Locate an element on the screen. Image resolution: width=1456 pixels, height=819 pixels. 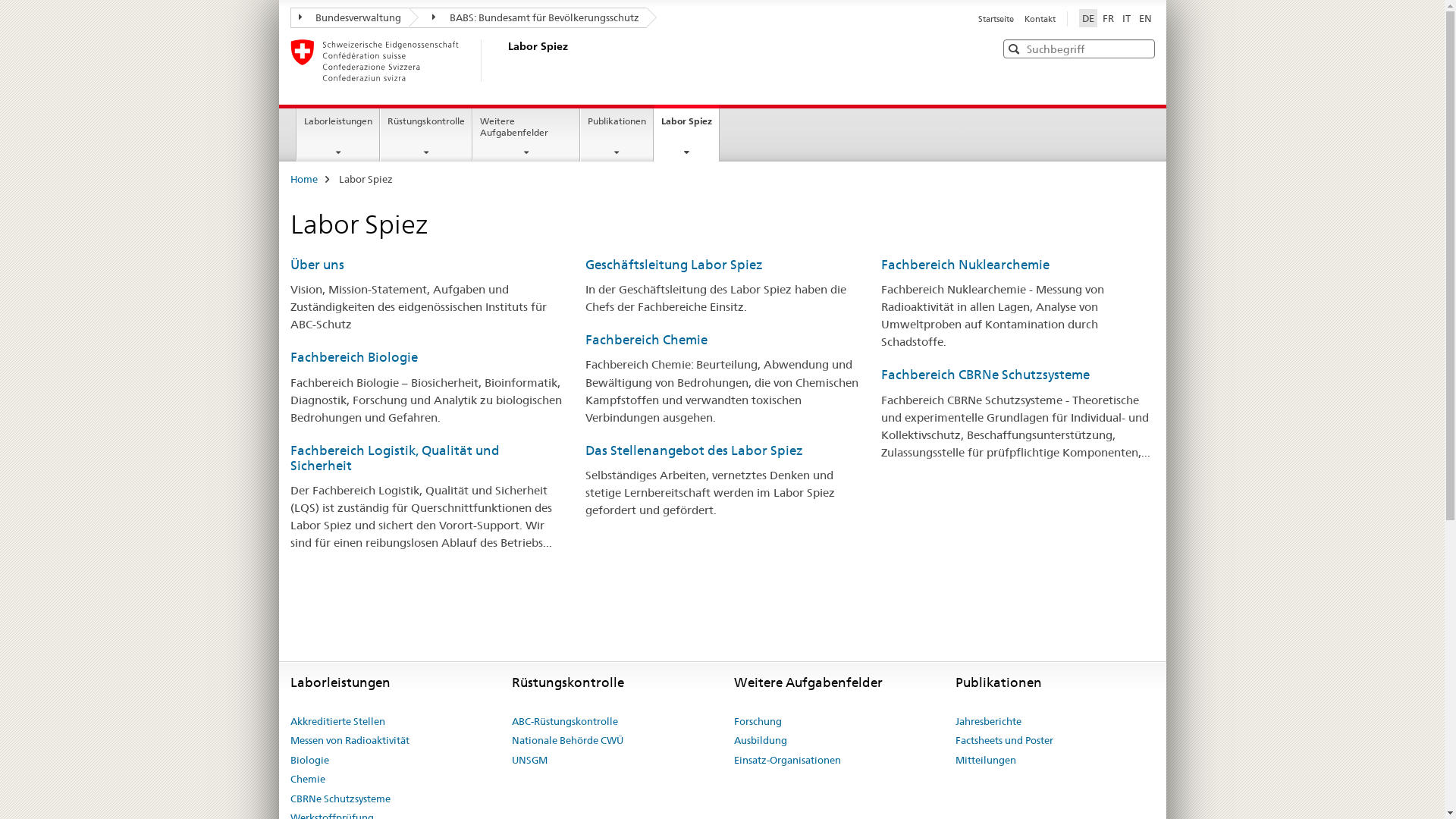
'Weitere Aufgabenfelder' is located at coordinates (526, 133).